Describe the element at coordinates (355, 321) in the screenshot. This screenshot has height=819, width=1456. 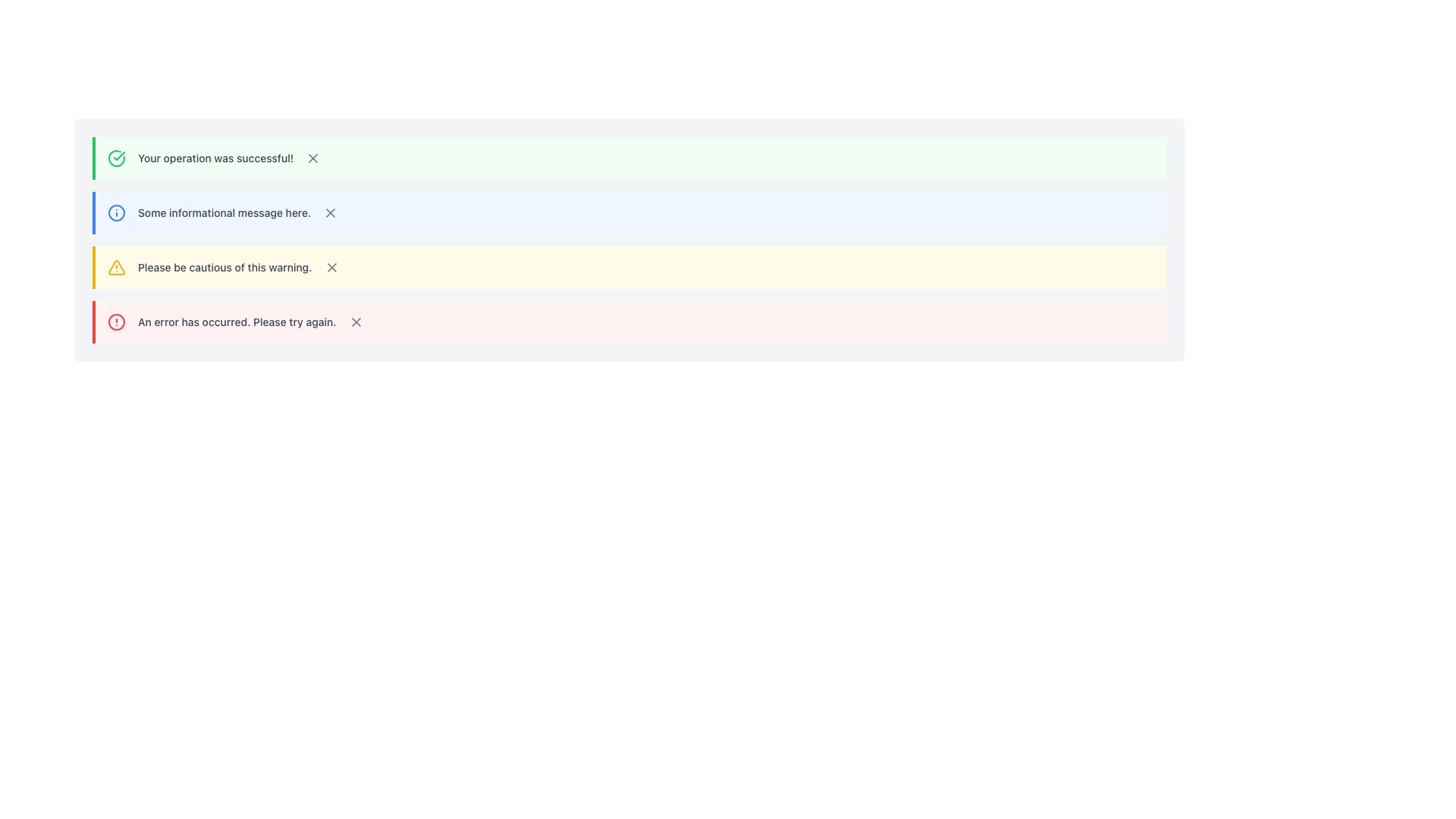
I see `the dismiss icon located at the far right of the notification alert` at that location.